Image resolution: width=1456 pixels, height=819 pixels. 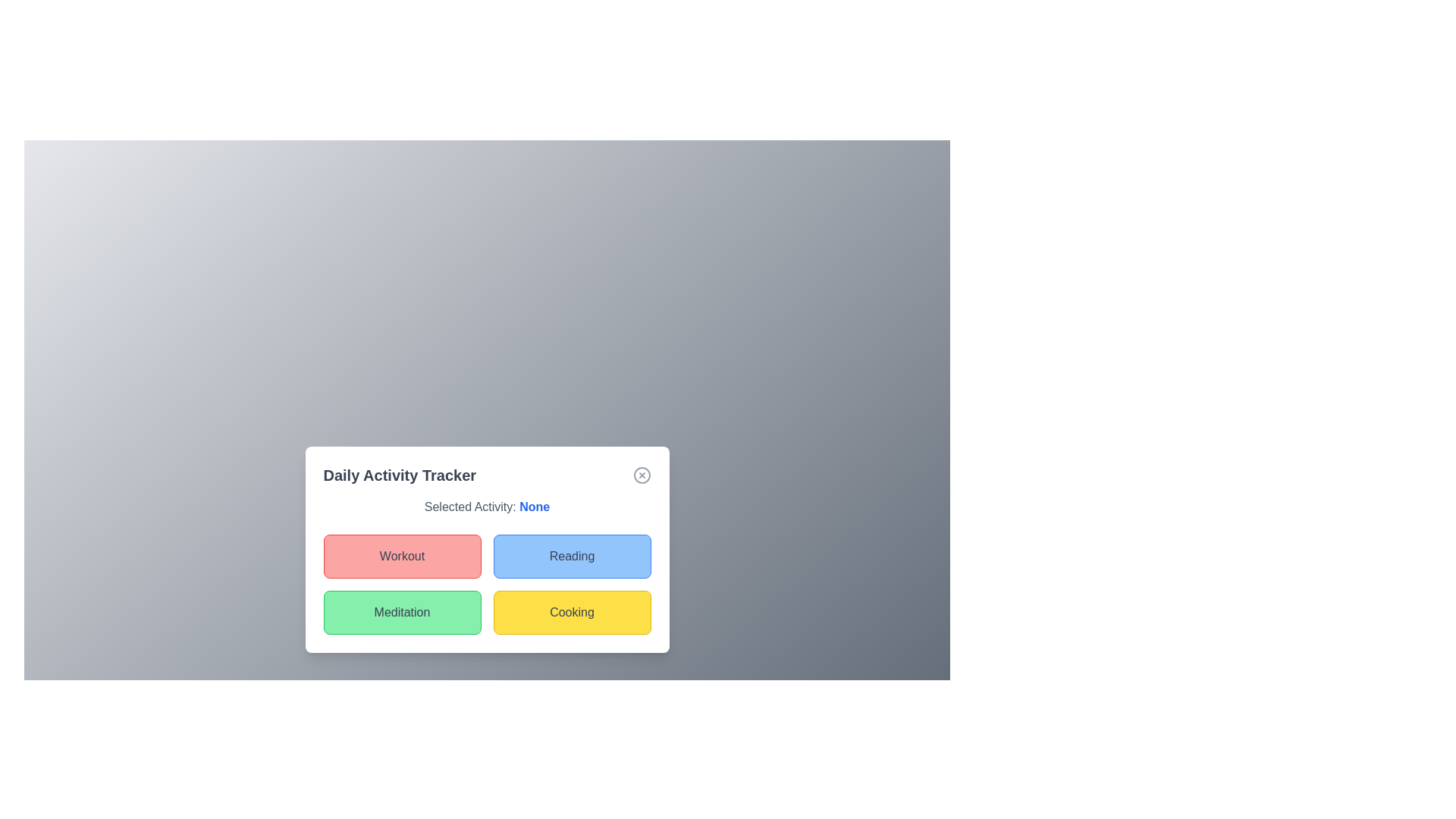 What do you see at coordinates (571, 556) in the screenshot?
I see `the activity Reading by clicking on the respective button` at bounding box center [571, 556].